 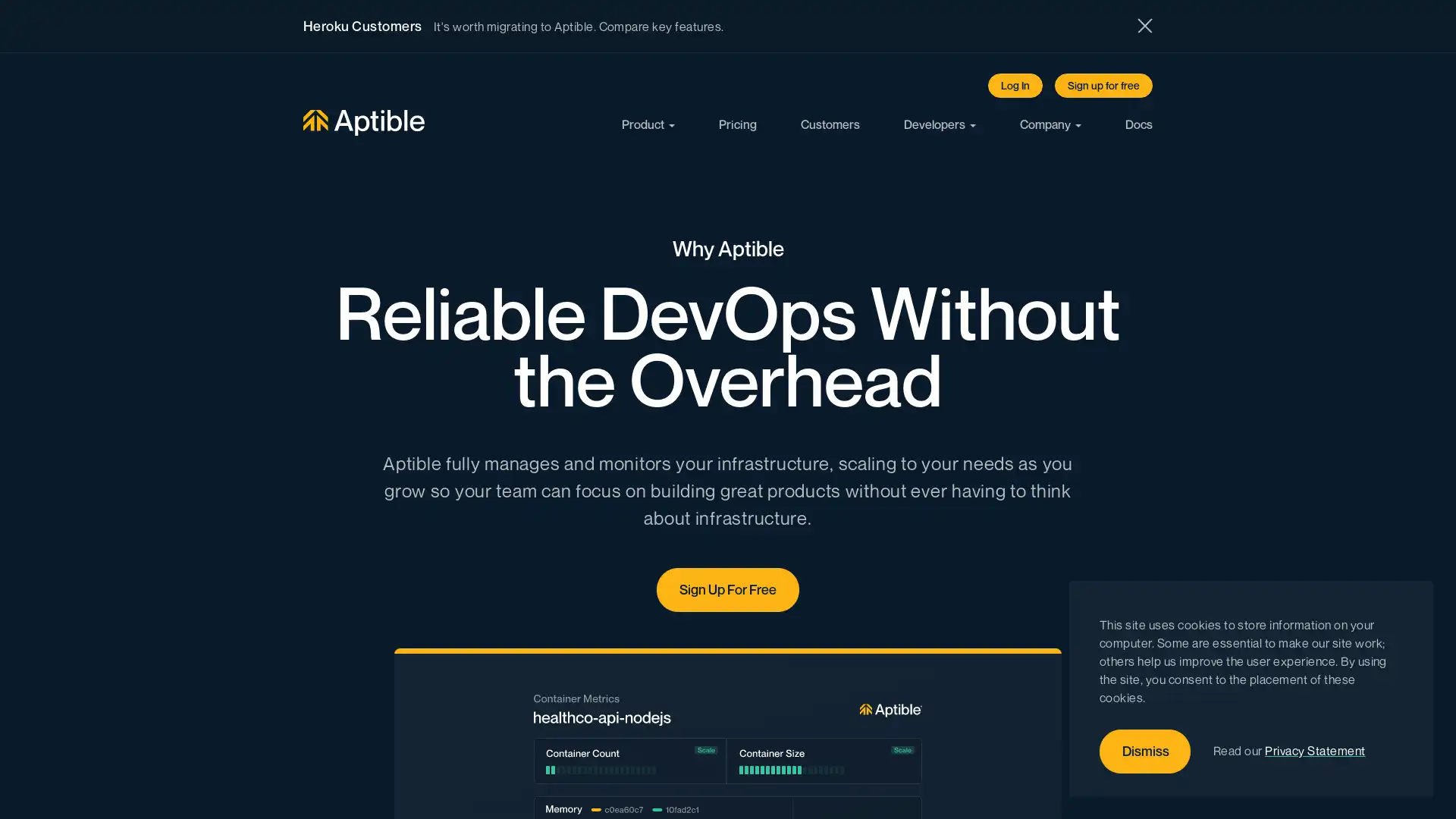 What do you see at coordinates (728, 588) in the screenshot?
I see `Sign Up For Free` at bounding box center [728, 588].